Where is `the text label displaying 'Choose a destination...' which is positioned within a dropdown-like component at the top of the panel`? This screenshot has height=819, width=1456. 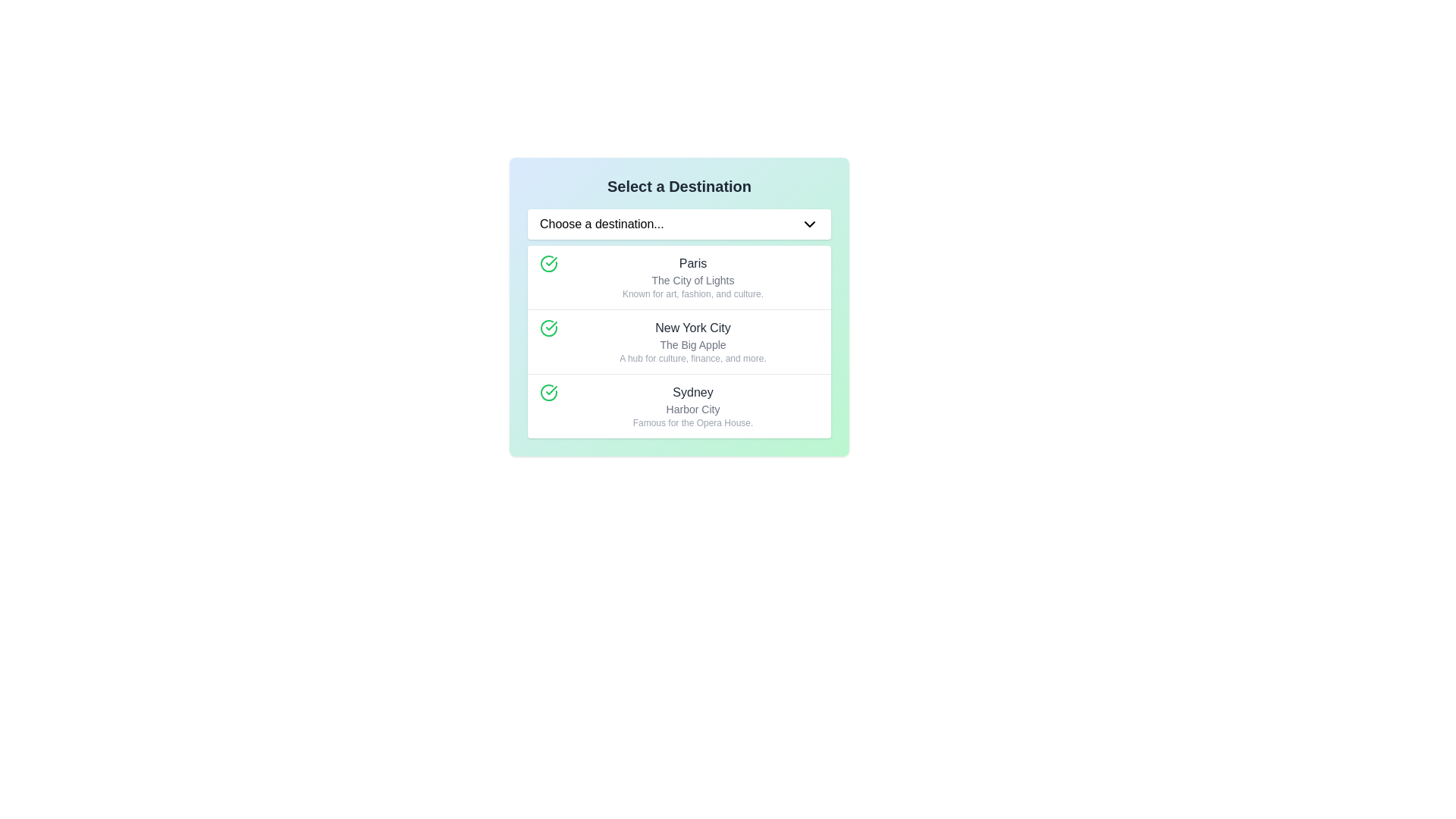 the text label displaying 'Choose a destination...' which is positioned within a dropdown-like component at the top of the panel is located at coordinates (601, 224).